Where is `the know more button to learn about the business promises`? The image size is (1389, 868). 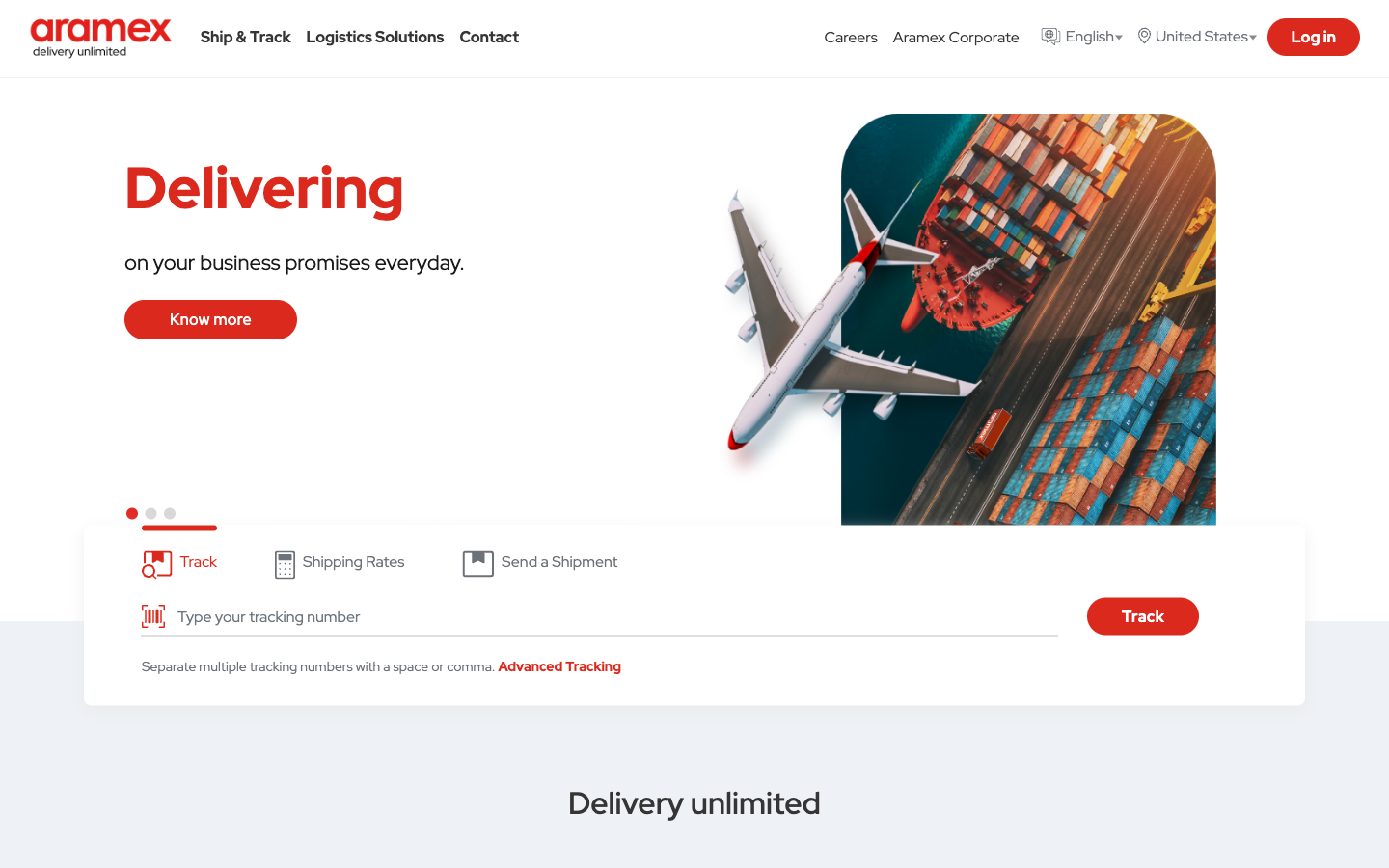
the know more button to learn about the business promises is located at coordinates (210, 318).